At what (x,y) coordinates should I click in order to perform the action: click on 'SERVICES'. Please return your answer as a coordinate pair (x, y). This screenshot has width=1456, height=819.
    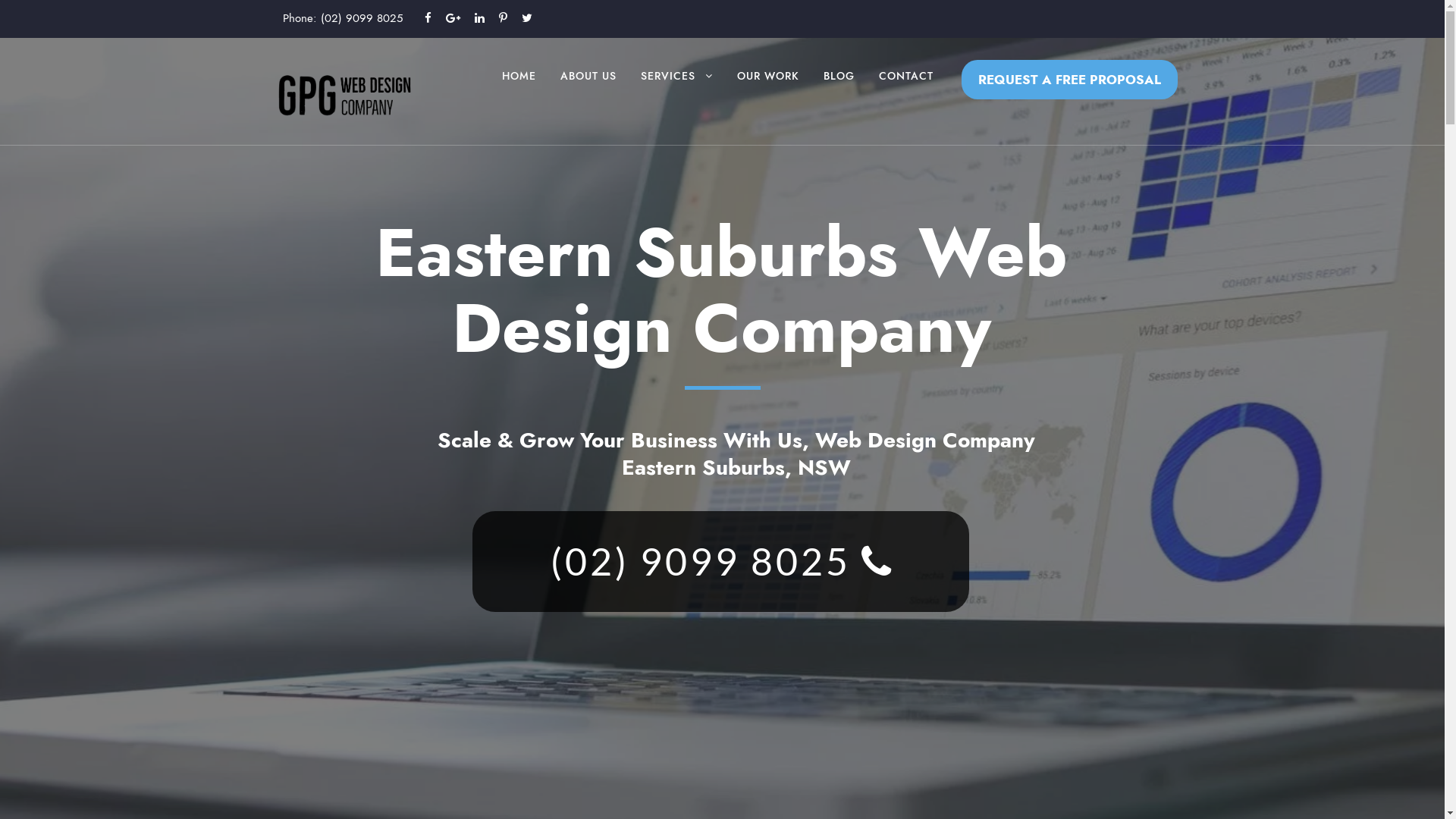
    Looking at the image, I should click on (675, 90).